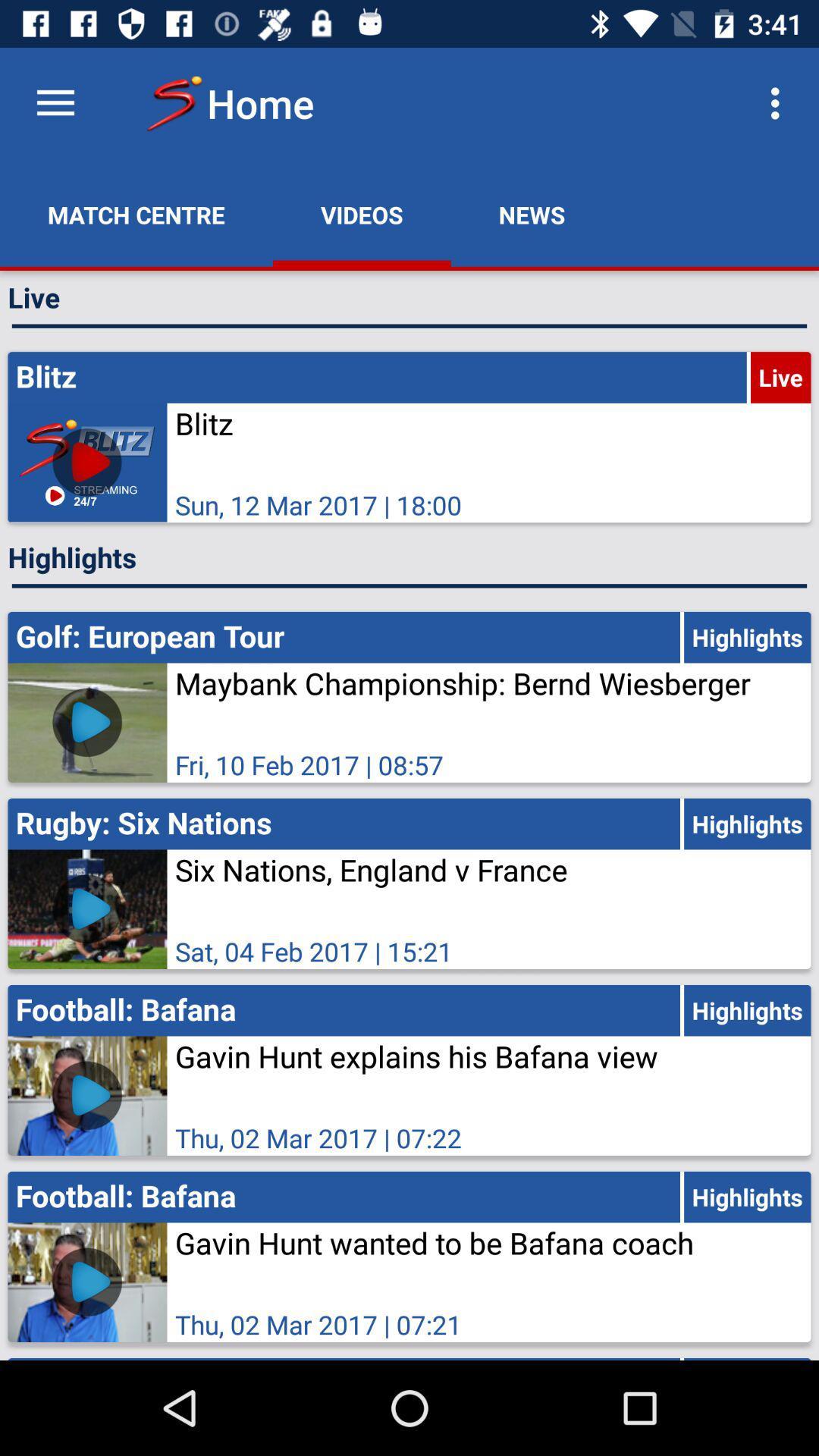 This screenshot has width=819, height=1456. What do you see at coordinates (55, 102) in the screenshot?
I see `sidebar menu` at bounding box center [55, 102].